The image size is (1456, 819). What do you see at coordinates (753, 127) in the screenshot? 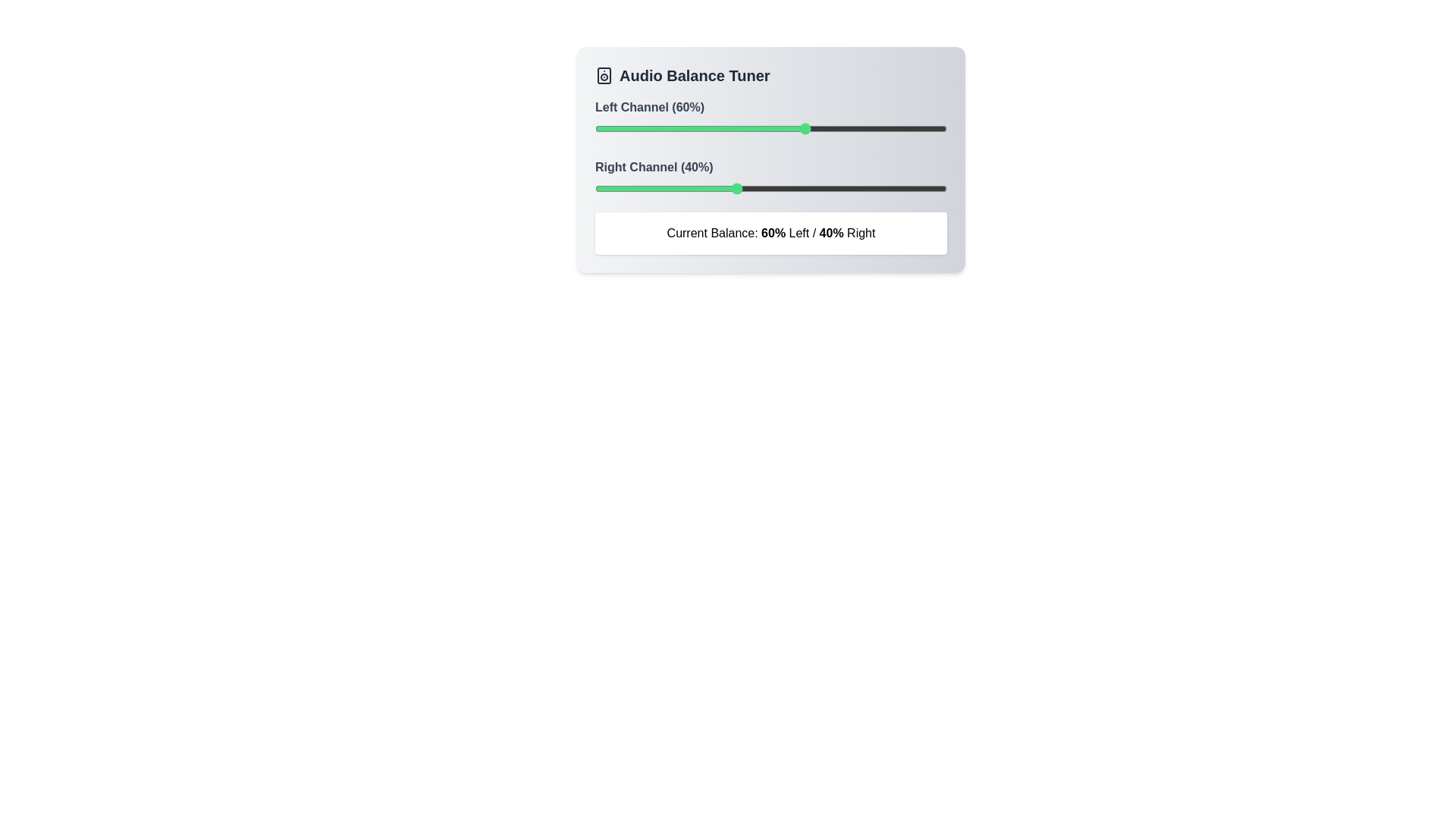
I see `the left channel balance to 45% using the slider` at bounding box center [753, 127].